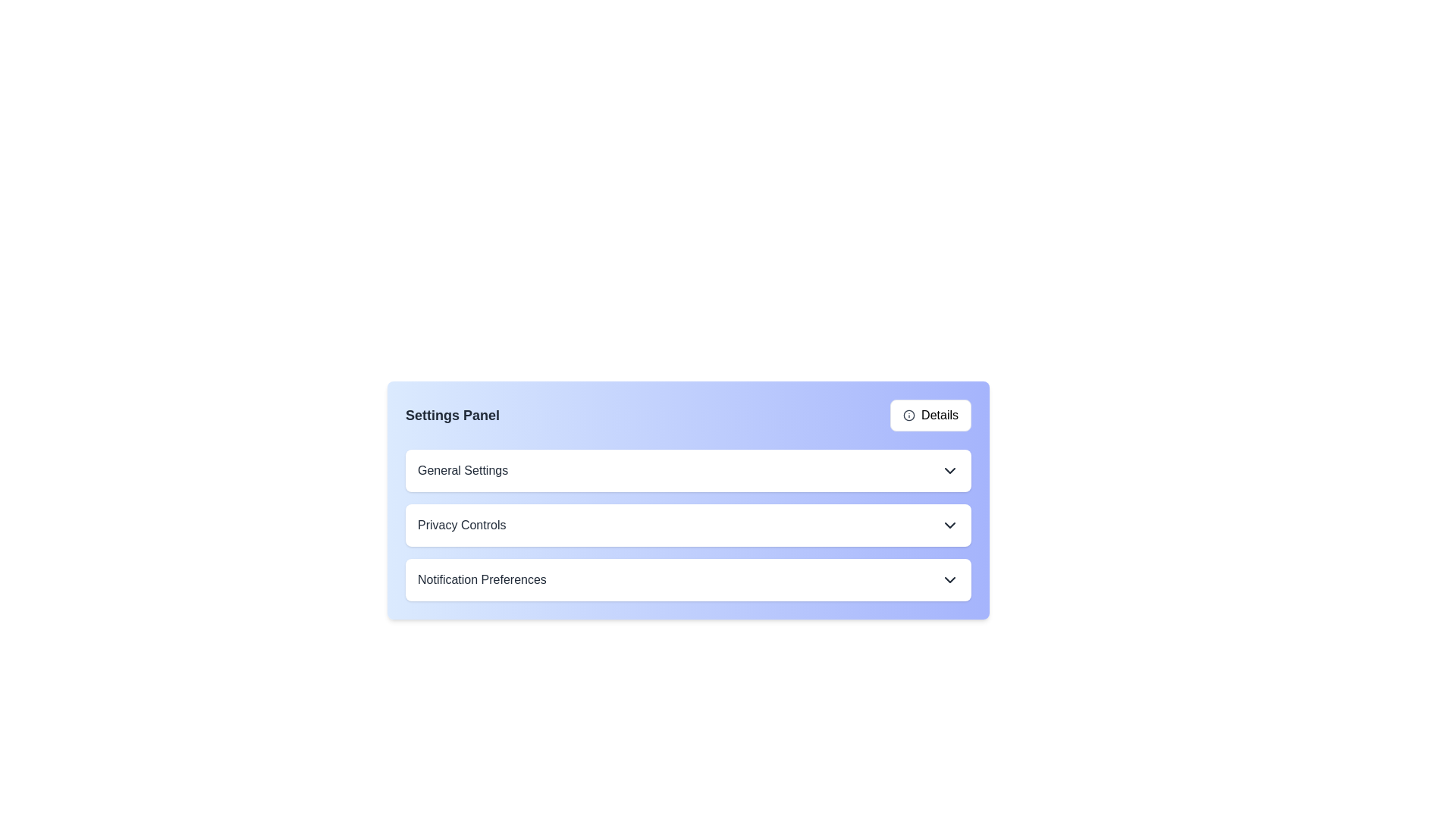 This screenshot has height=819, width=1456. Describe the element at coordinates (461, 525) in the screenshot. I see `the privacy configuration settings label located between the 'General Settings' and 'Notification Preferences' sections in the settings panel` at that location.